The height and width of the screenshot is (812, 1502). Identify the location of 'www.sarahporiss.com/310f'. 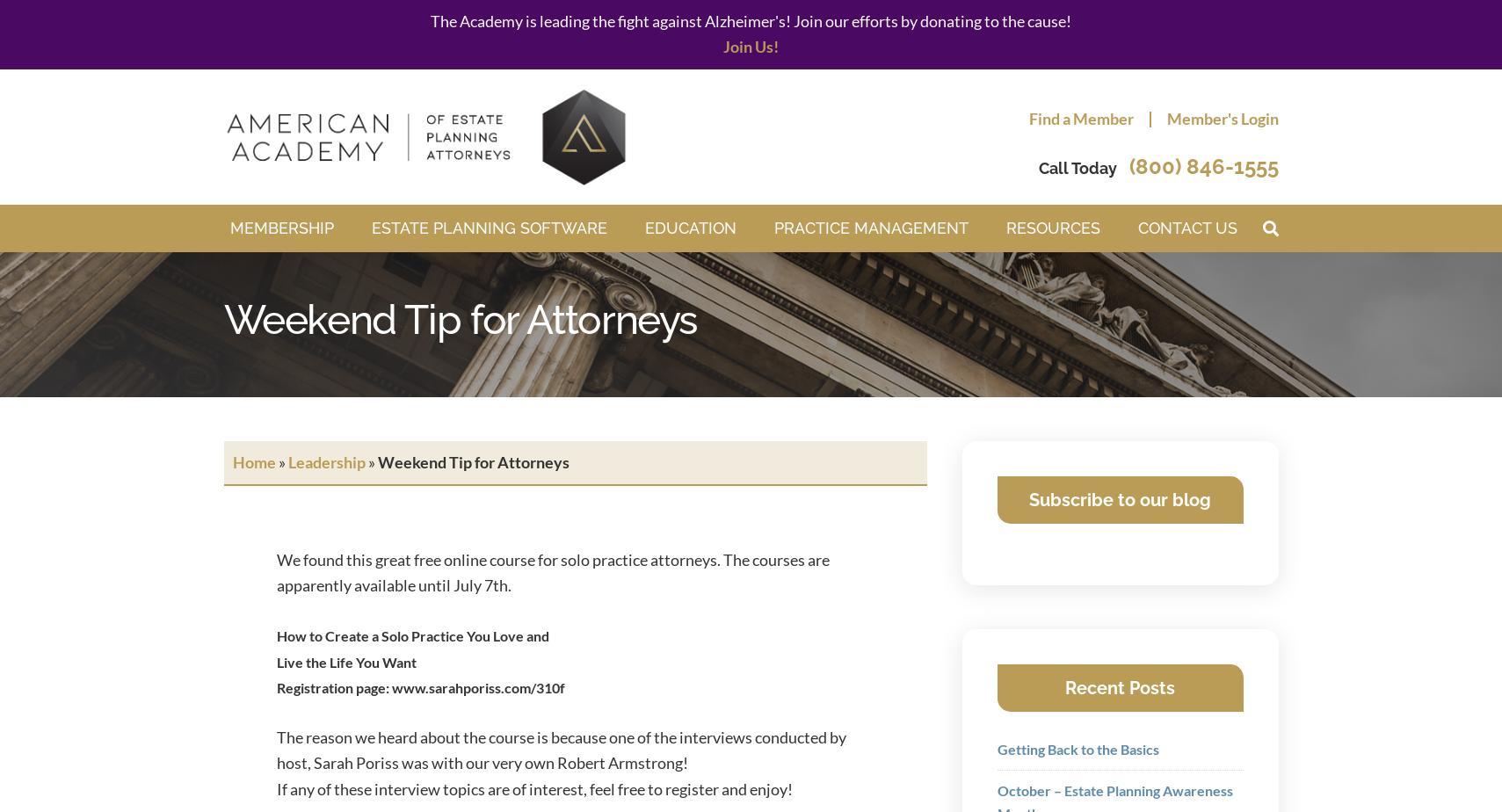
(476, 686).